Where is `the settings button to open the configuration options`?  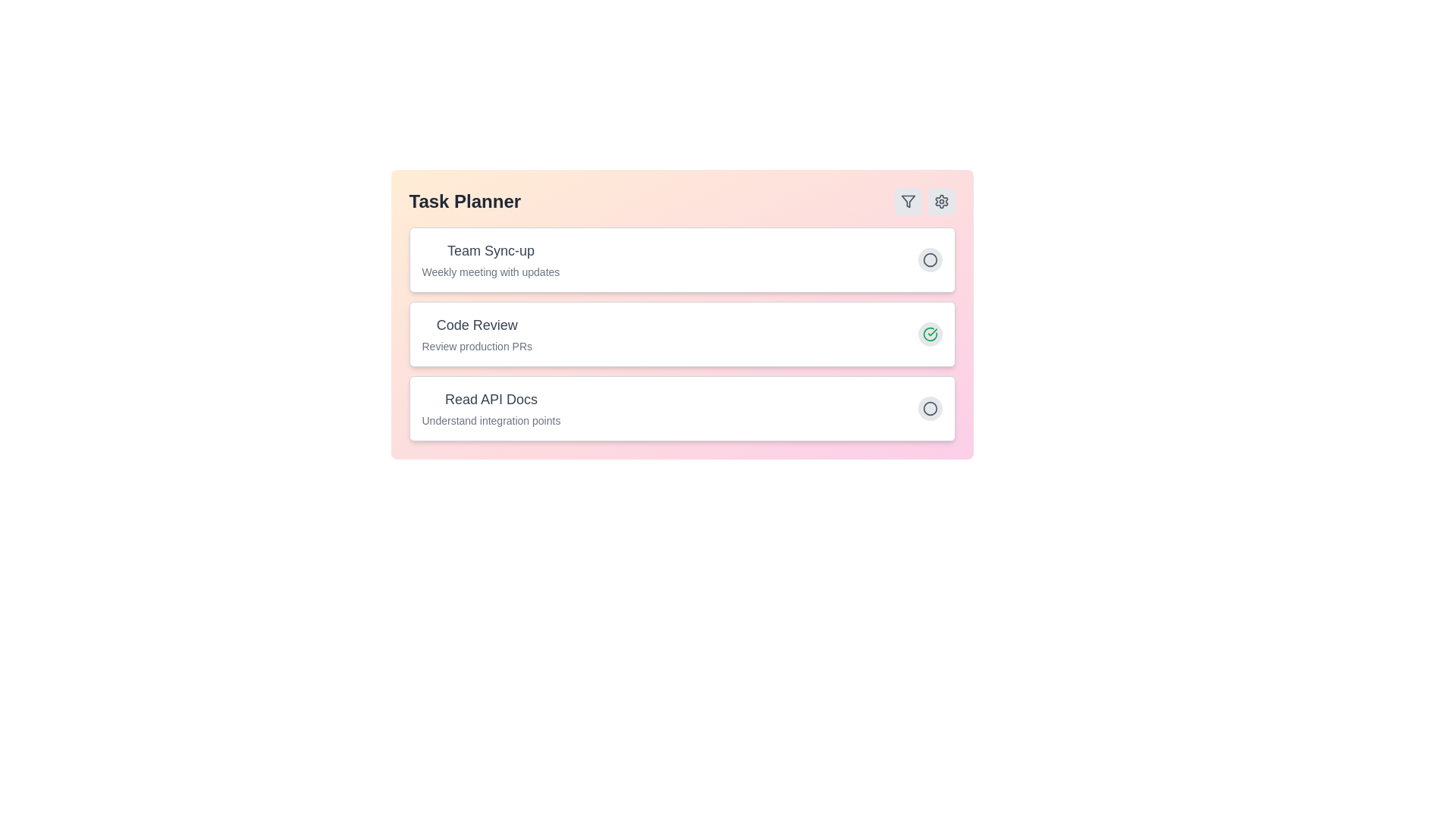 the settings button to open the configuration options is located at coordinates (940, 201).